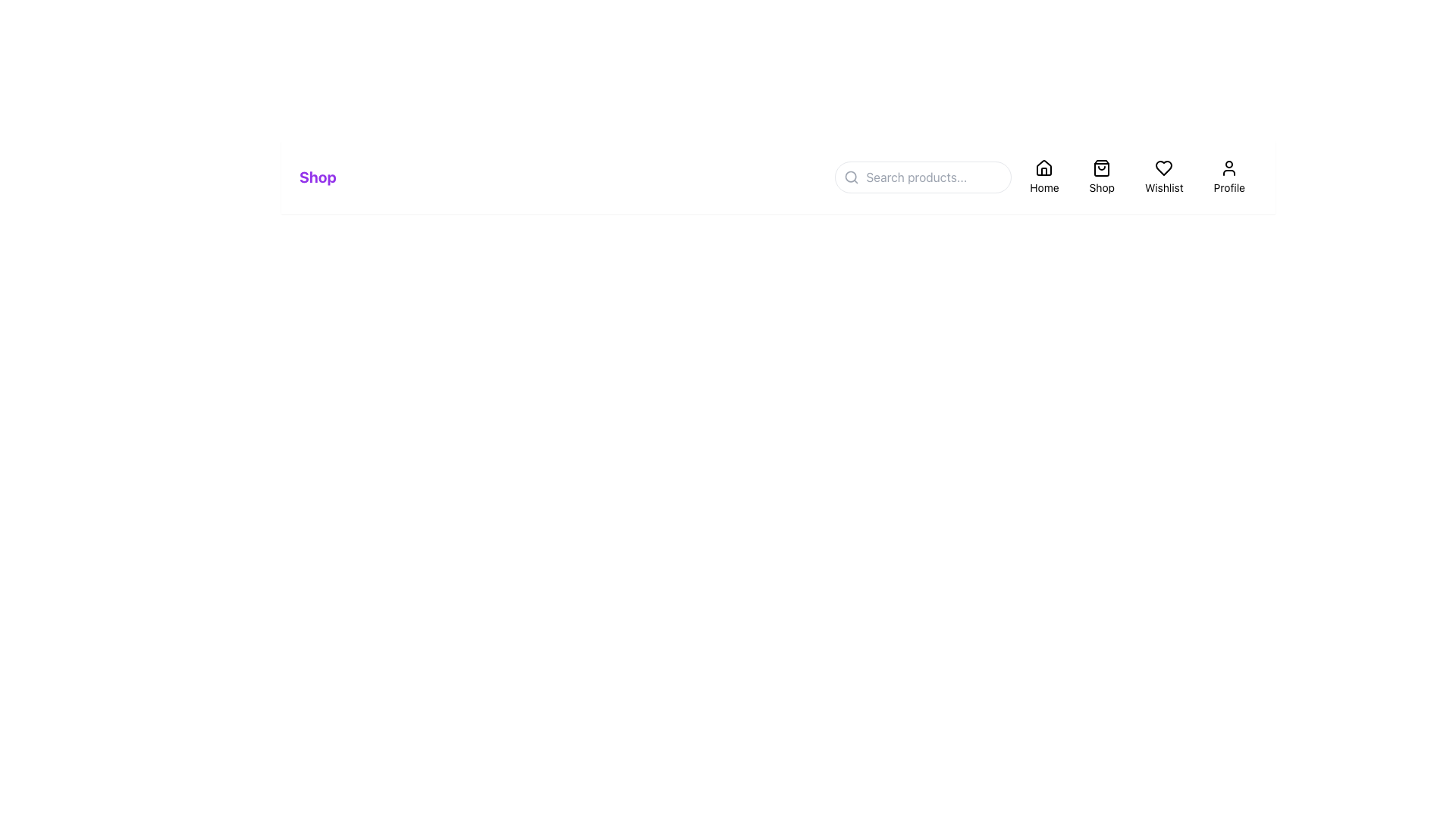 This screenshot has width=1456, height=819. What do you see at coordinates (1043, 168) in the screenshot?
I see `the homepage shortcut icon, located between the search bar and the 'Shop' navigation item` at bounding box center [1043, 168].